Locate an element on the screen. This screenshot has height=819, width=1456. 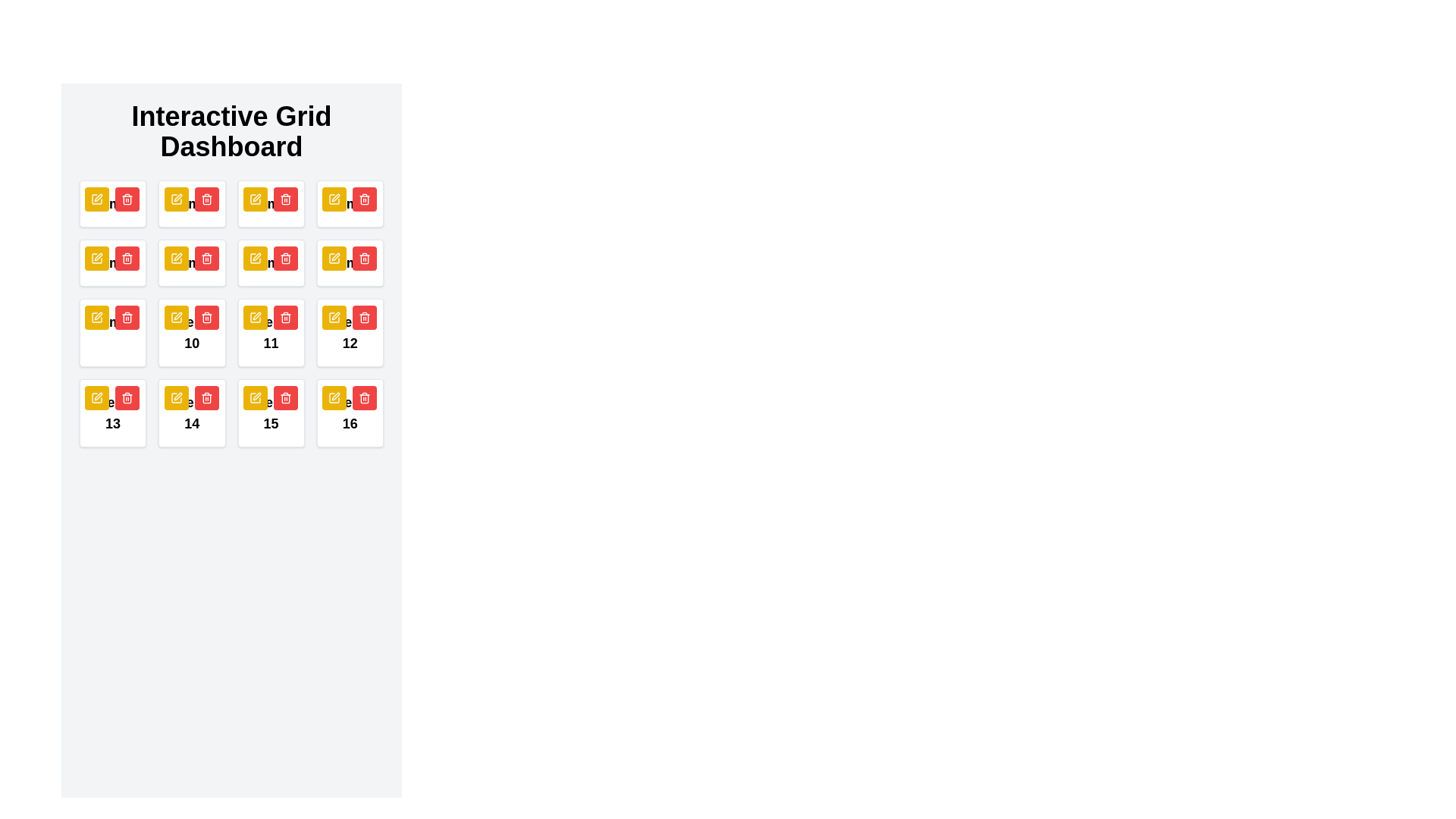
the red trash can icon, which is the second inner component of the SVG structure is located at coordinates (206, 398).